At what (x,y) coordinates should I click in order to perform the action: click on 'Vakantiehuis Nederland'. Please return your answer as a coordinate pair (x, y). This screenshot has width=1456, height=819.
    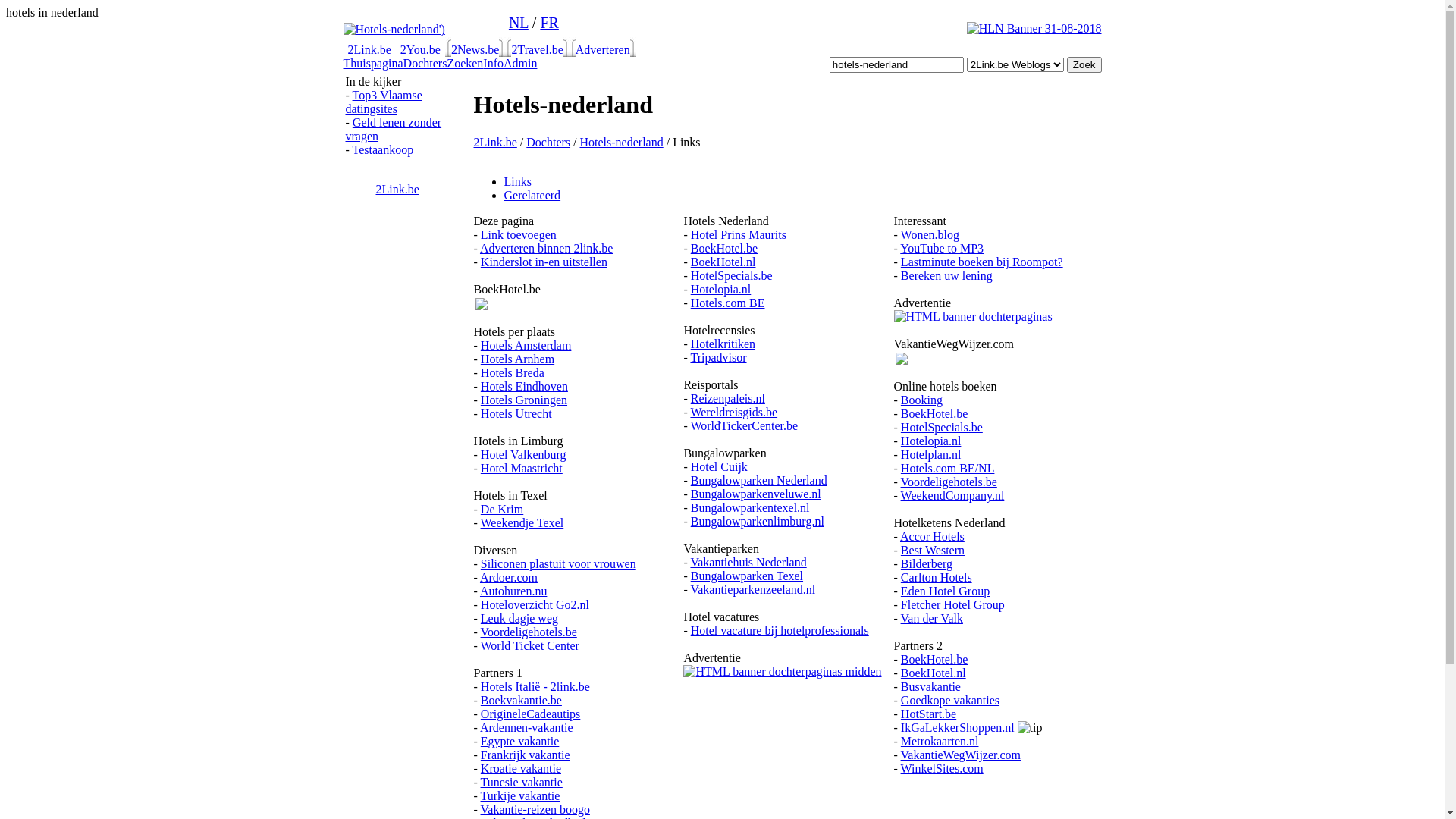
    Looking at the image, I should click on (748, 562).